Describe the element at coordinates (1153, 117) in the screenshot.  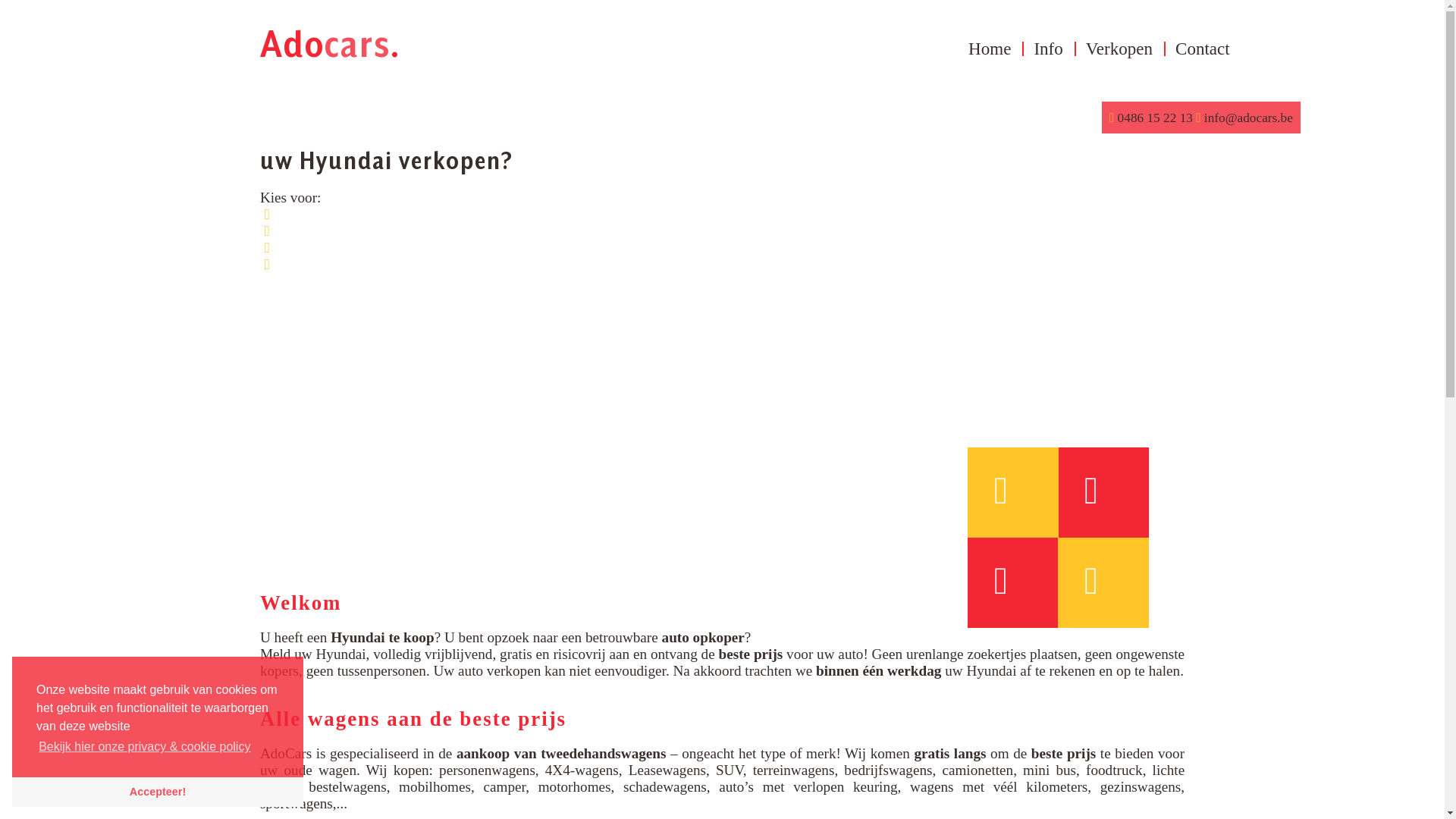
I see `'0486 15 22 13'` at that location.